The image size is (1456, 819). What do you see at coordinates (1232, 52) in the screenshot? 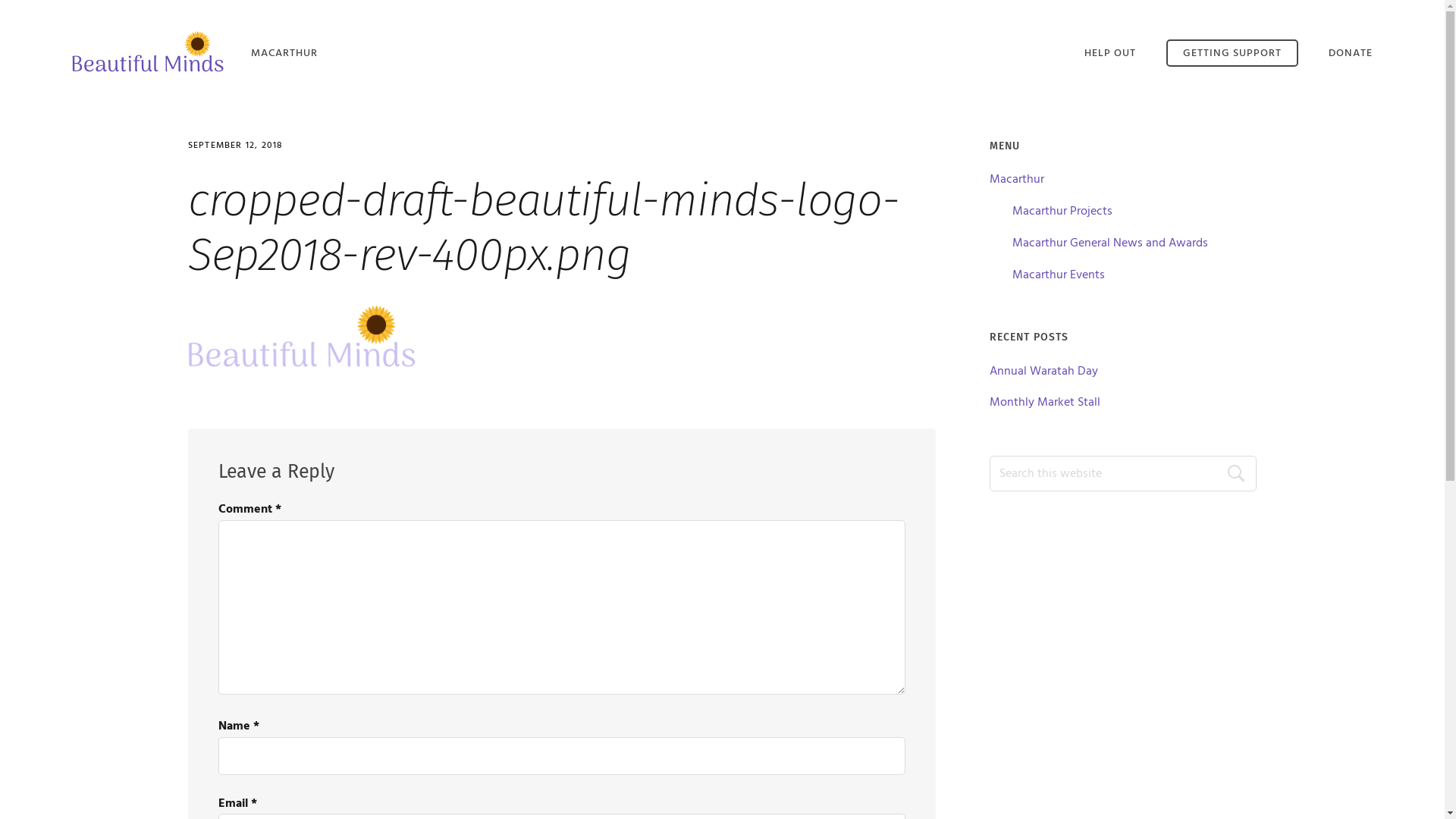
I see `'GETTING SUPPORT'` at bounding box center [1232, 52].